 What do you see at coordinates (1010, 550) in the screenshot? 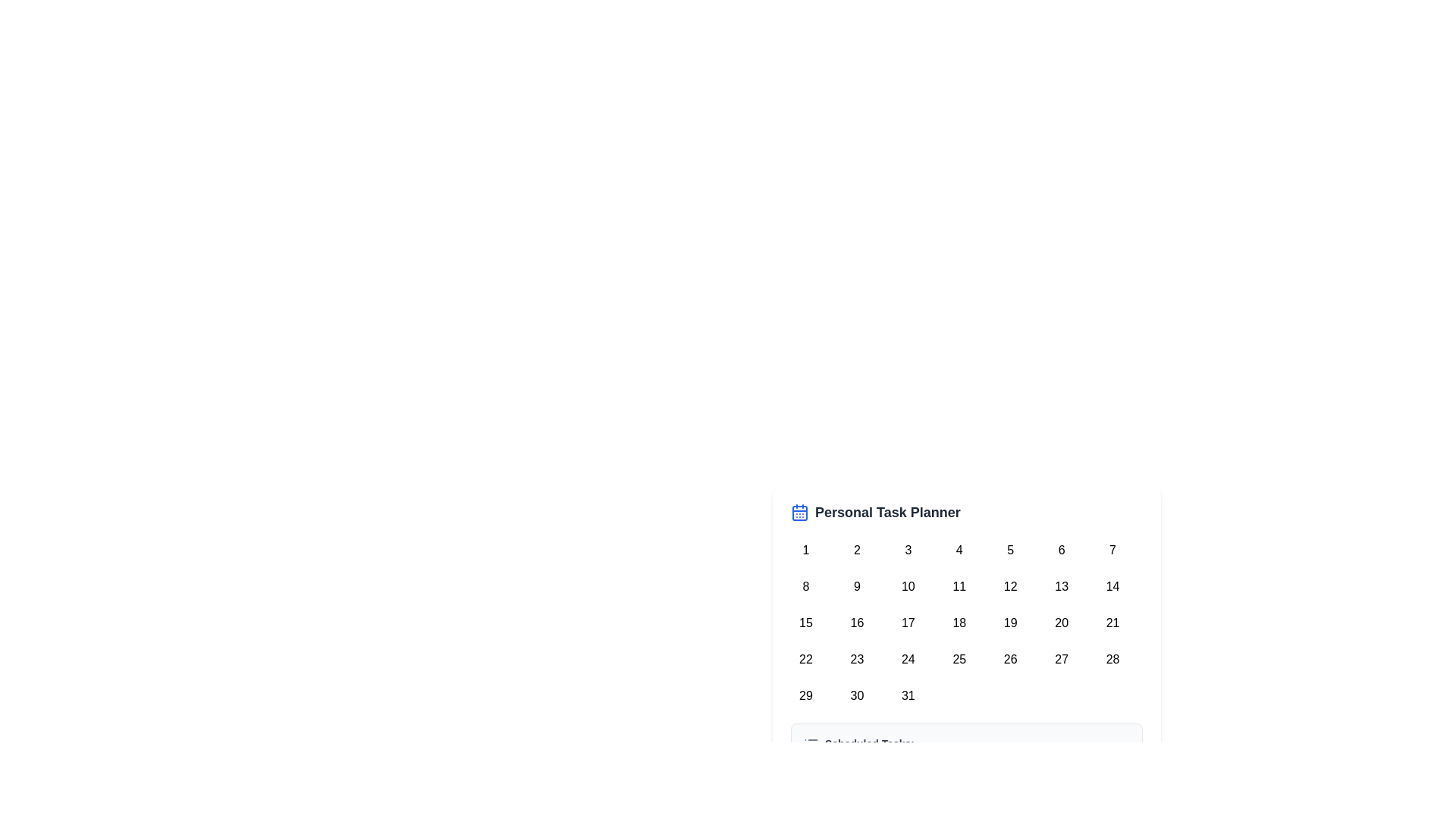
I see `the small, rounded square button with a white background and the number '5'` at bounding box center [1010, 550].